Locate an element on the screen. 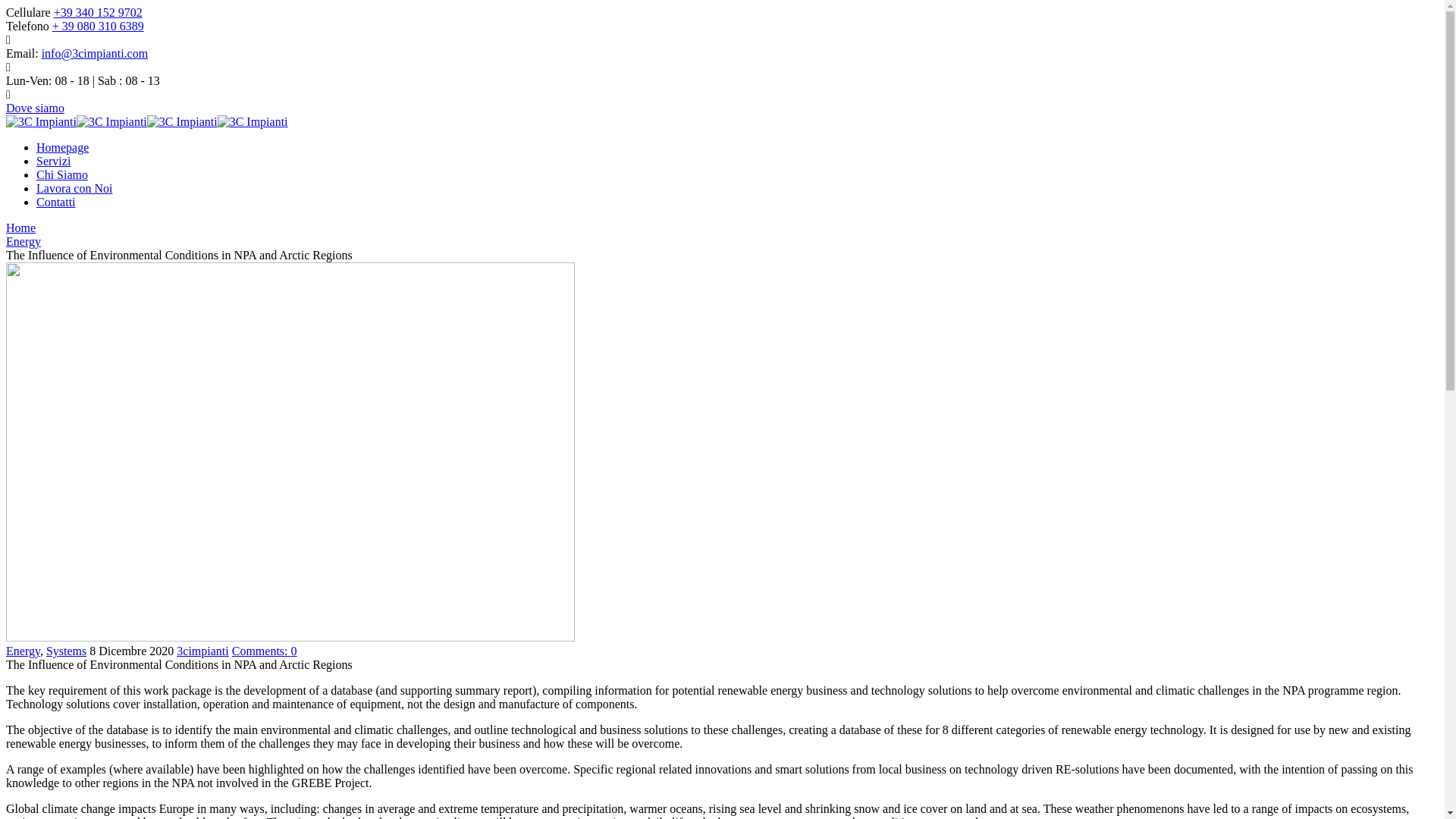  'Energy' is located at coordinates (6, 240).